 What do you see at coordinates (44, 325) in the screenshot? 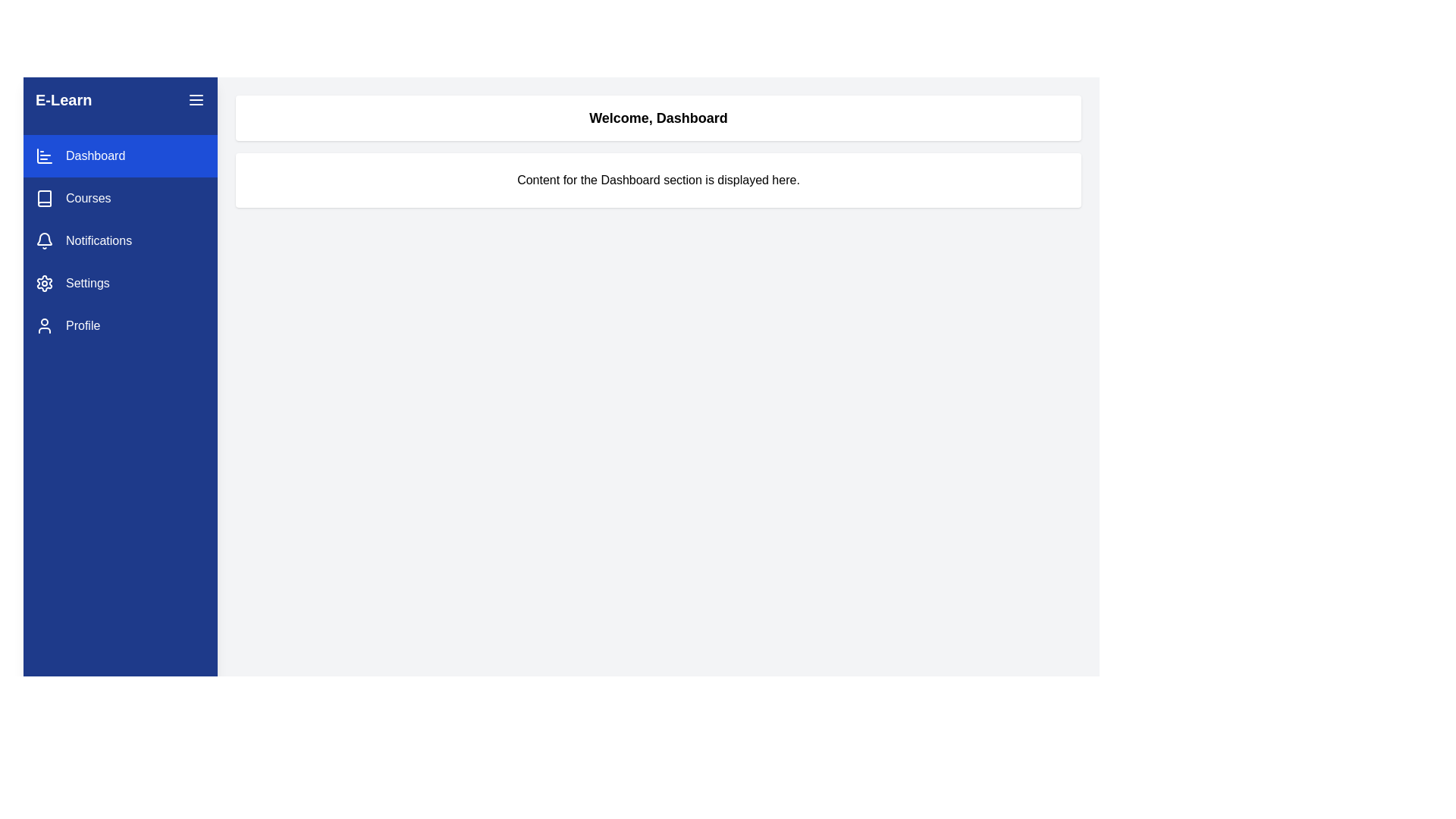
I see `the profile vector icon located in the sidebar navigation panel, to the left of the 'Profile' label` at bounding box center [44, 325].